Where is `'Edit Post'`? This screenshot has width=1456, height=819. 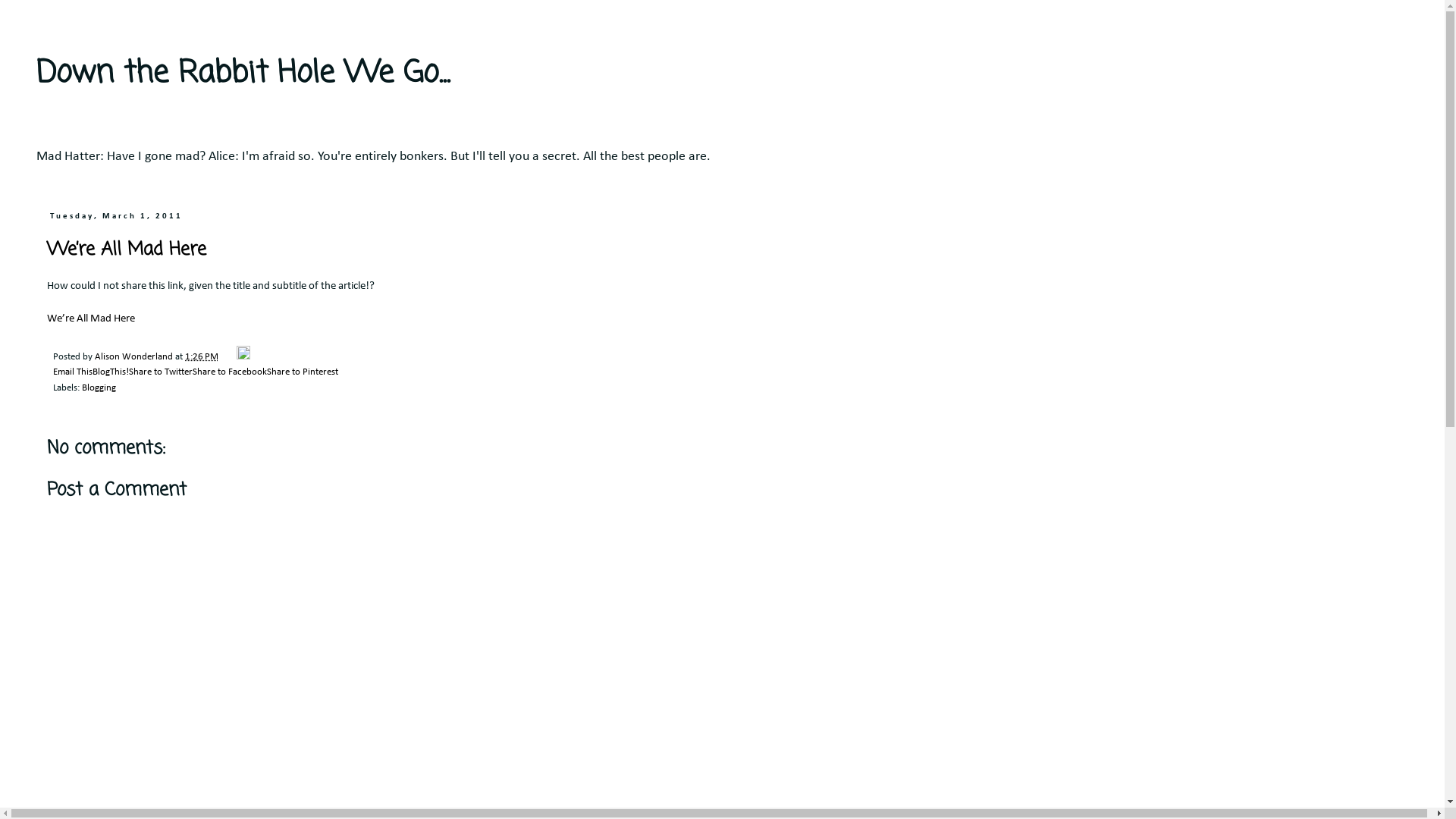 'Edit Post' is located at coordinates (236, 356).